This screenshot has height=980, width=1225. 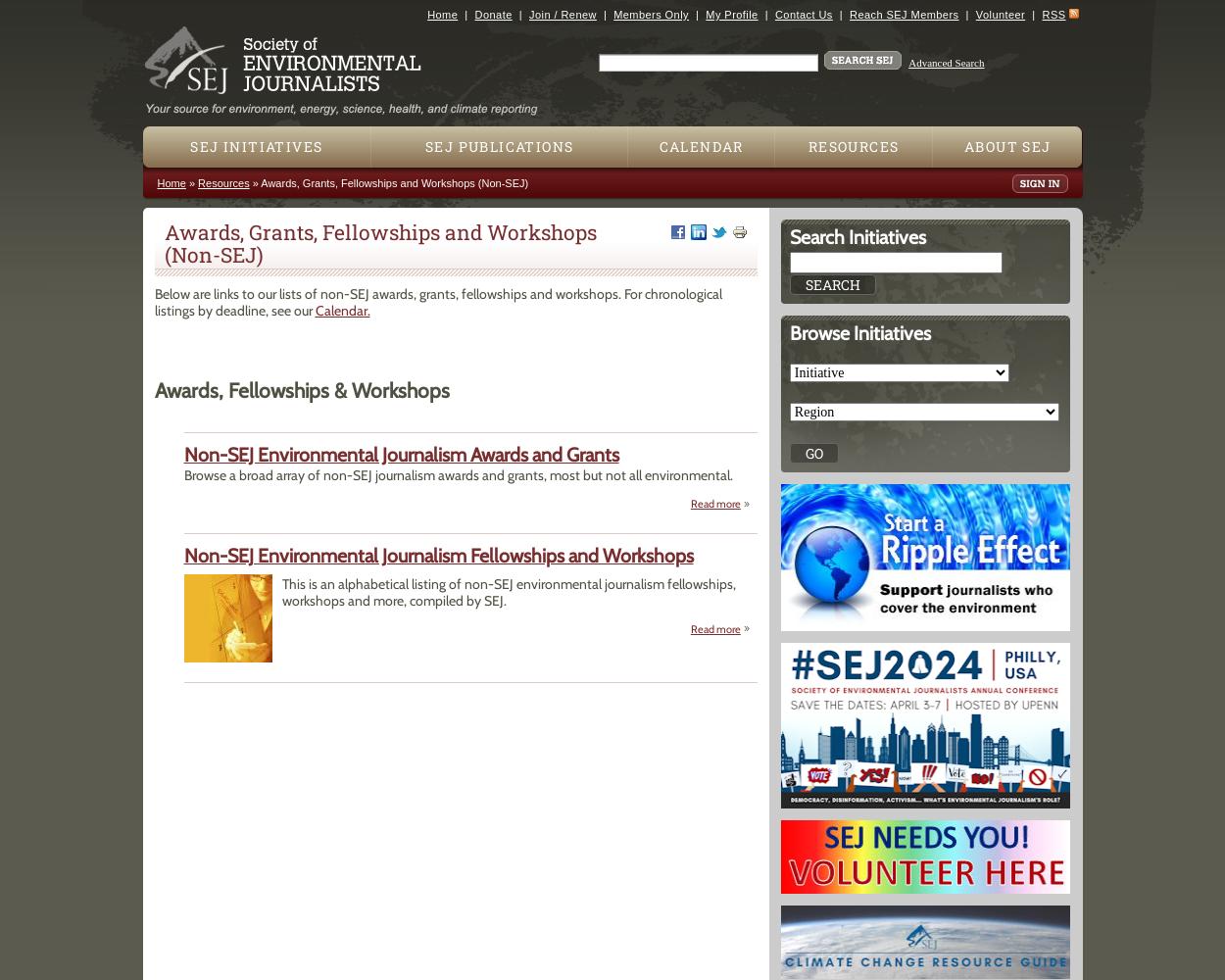 I want to click on 'Awards, Fellowships & Workshops', so click(x=301, y=390).